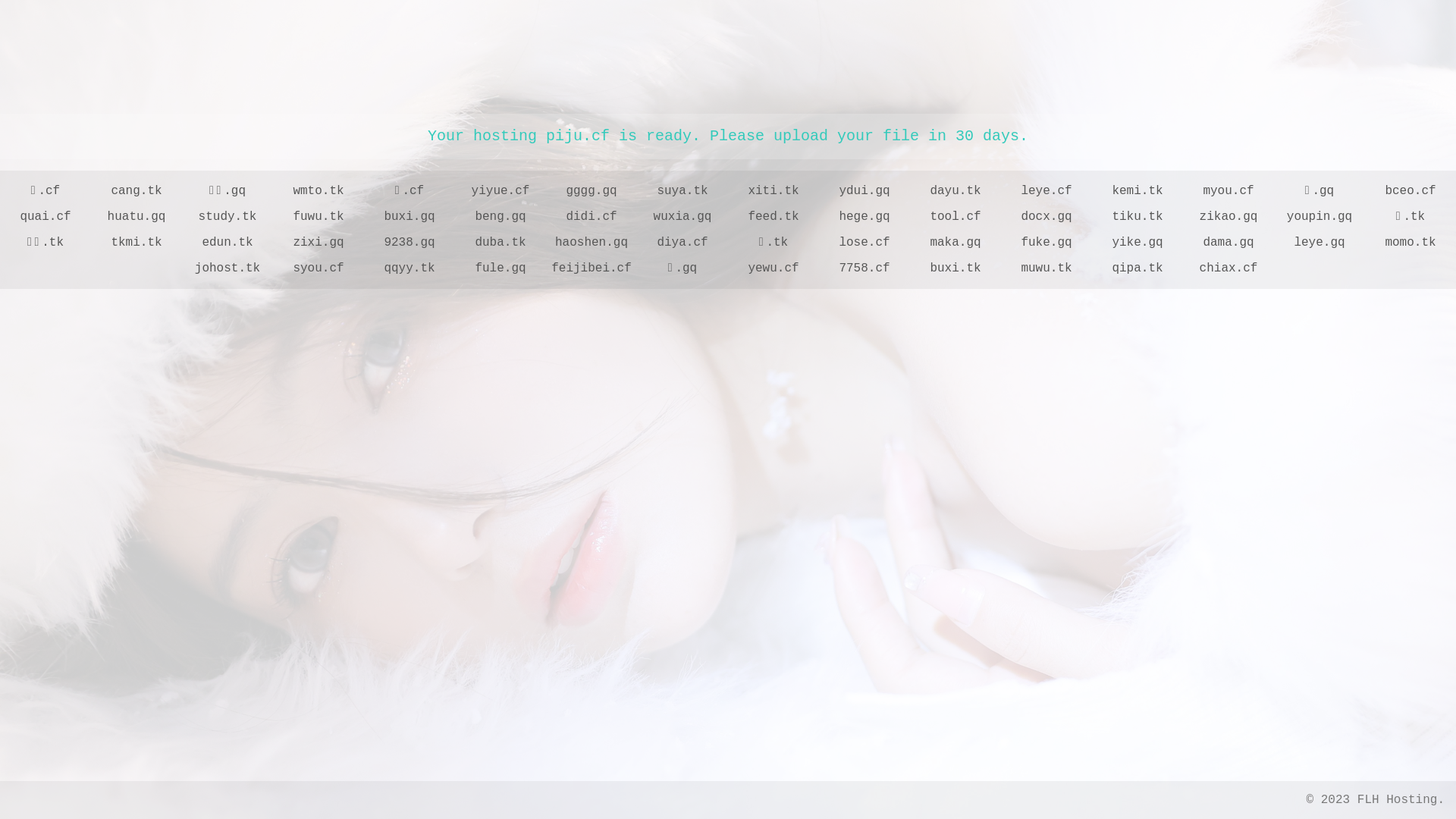 This screenshot has height=819, width=1456. I want to click on 'muwu.tk', so click(1046, 268).